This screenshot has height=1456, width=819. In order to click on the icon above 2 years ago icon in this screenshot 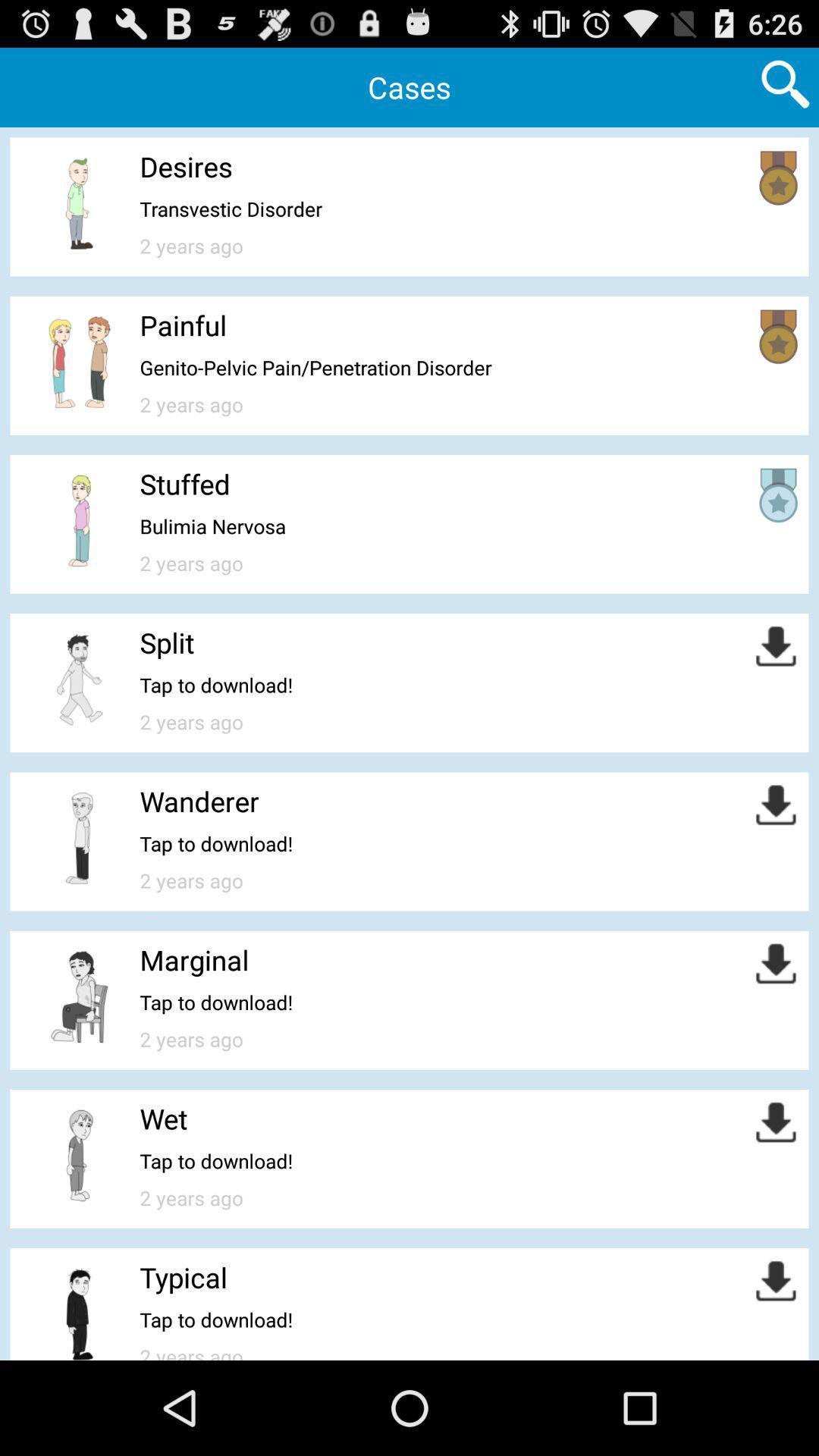, I will do `click(212, 526)`.